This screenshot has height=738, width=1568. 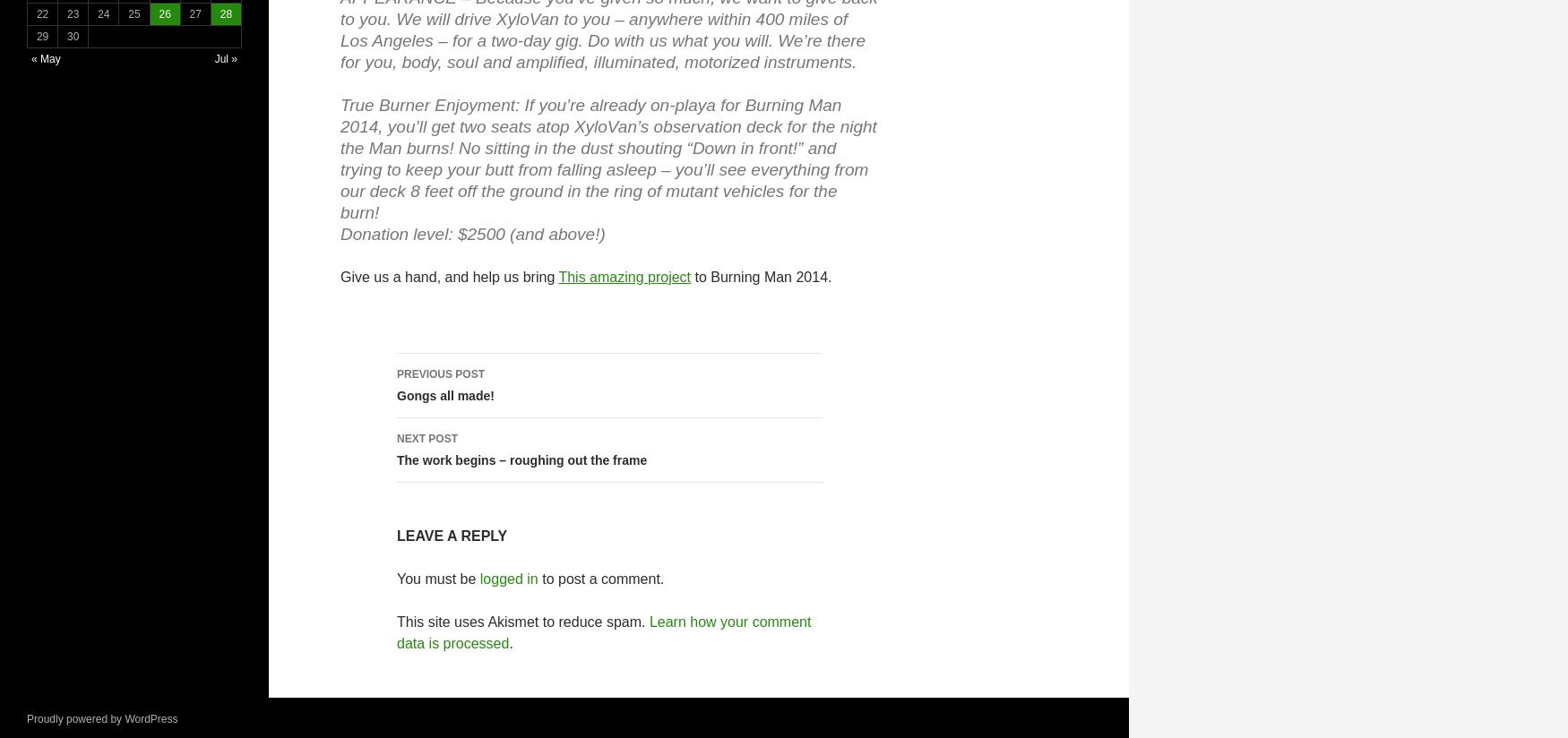 I want to click on '« May', so click(x=44, y=59).